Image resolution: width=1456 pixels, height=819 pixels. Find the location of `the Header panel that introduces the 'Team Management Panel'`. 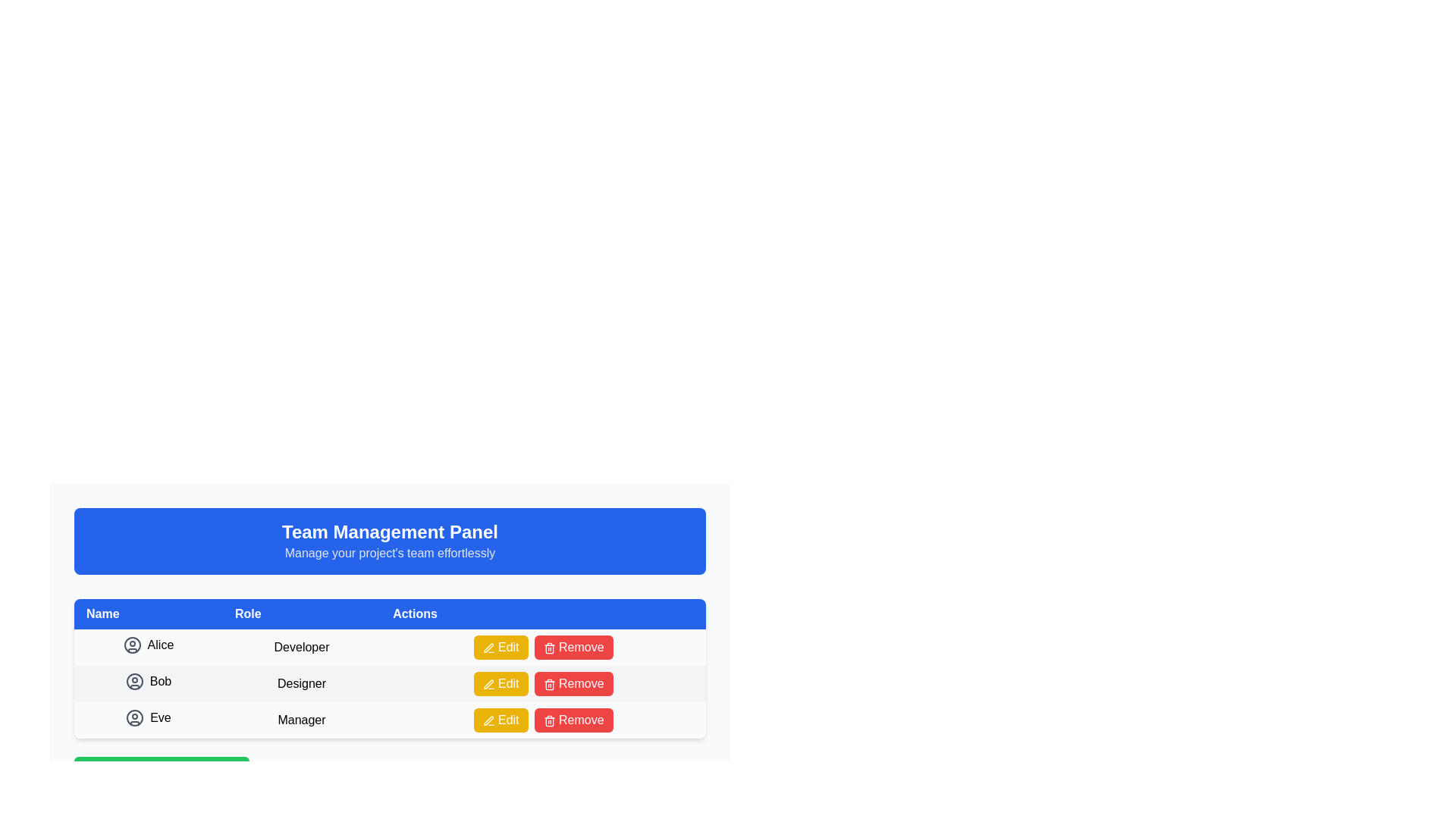

the Header panel that introduces the 'Team Management Panel' is located at coordinates (390, 540).